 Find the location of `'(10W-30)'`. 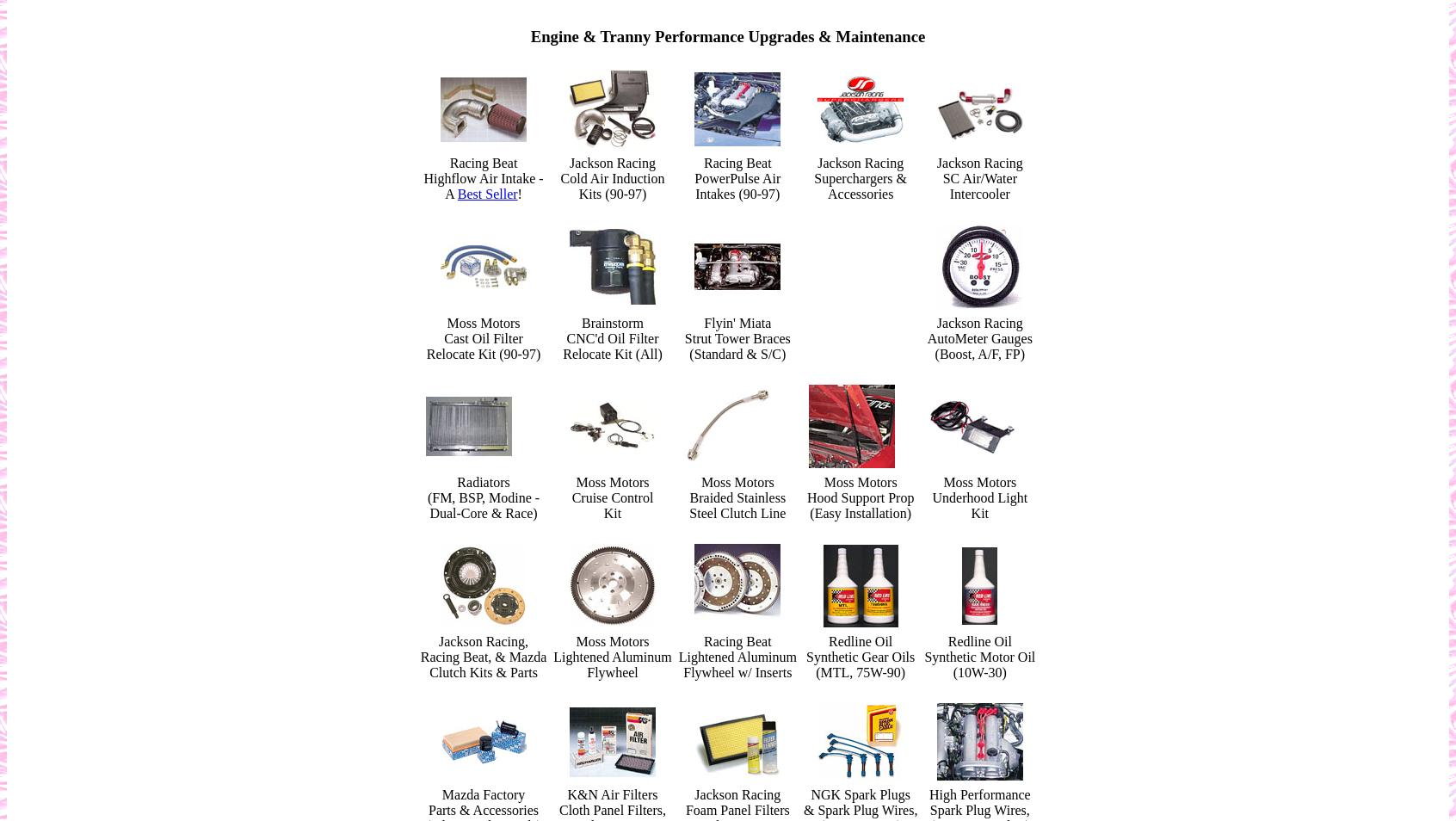

'(10W-30)' is located at coordinates (978, 672).